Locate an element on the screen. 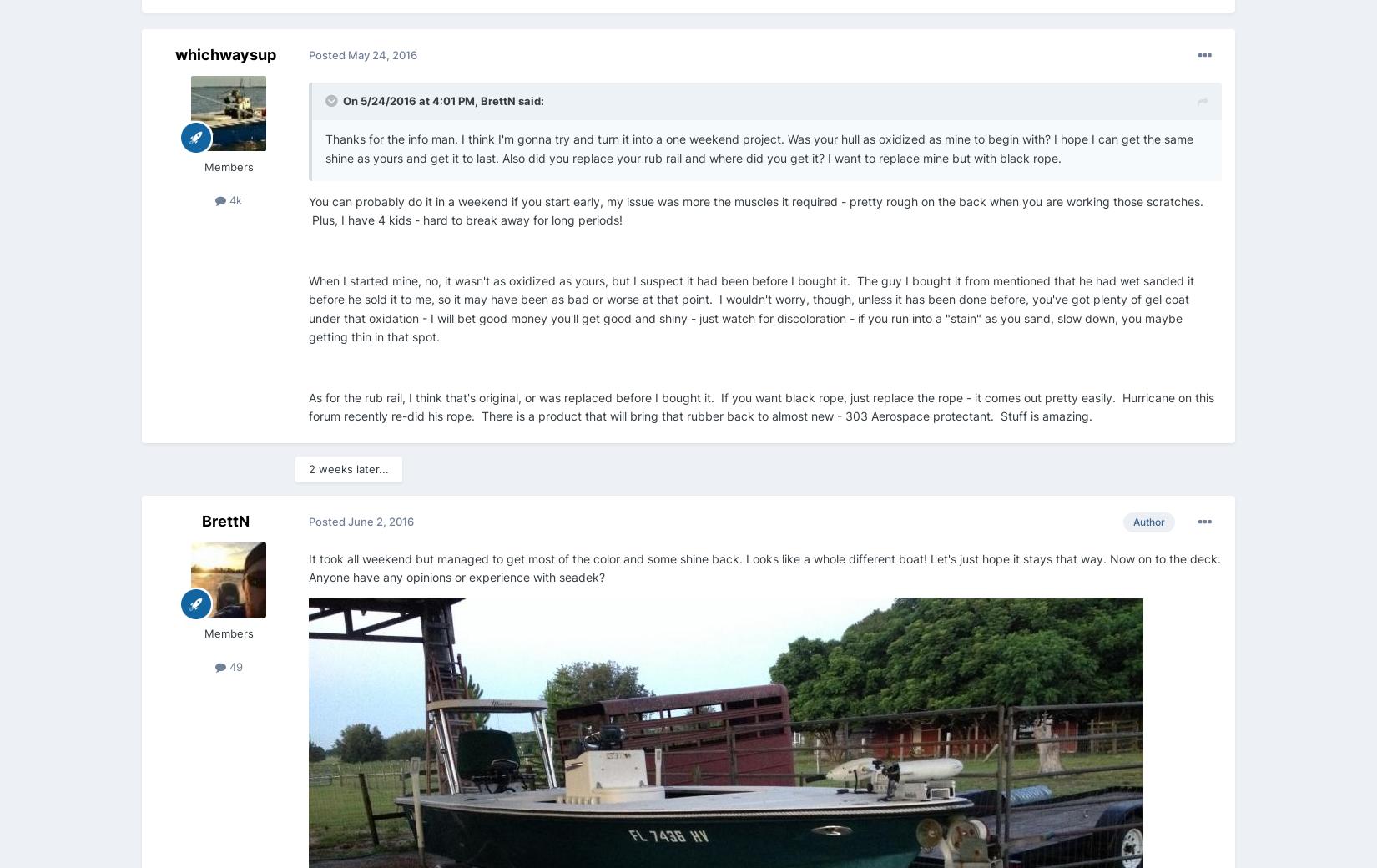  '2 weeks later...' is located at coordinates (308, 467).